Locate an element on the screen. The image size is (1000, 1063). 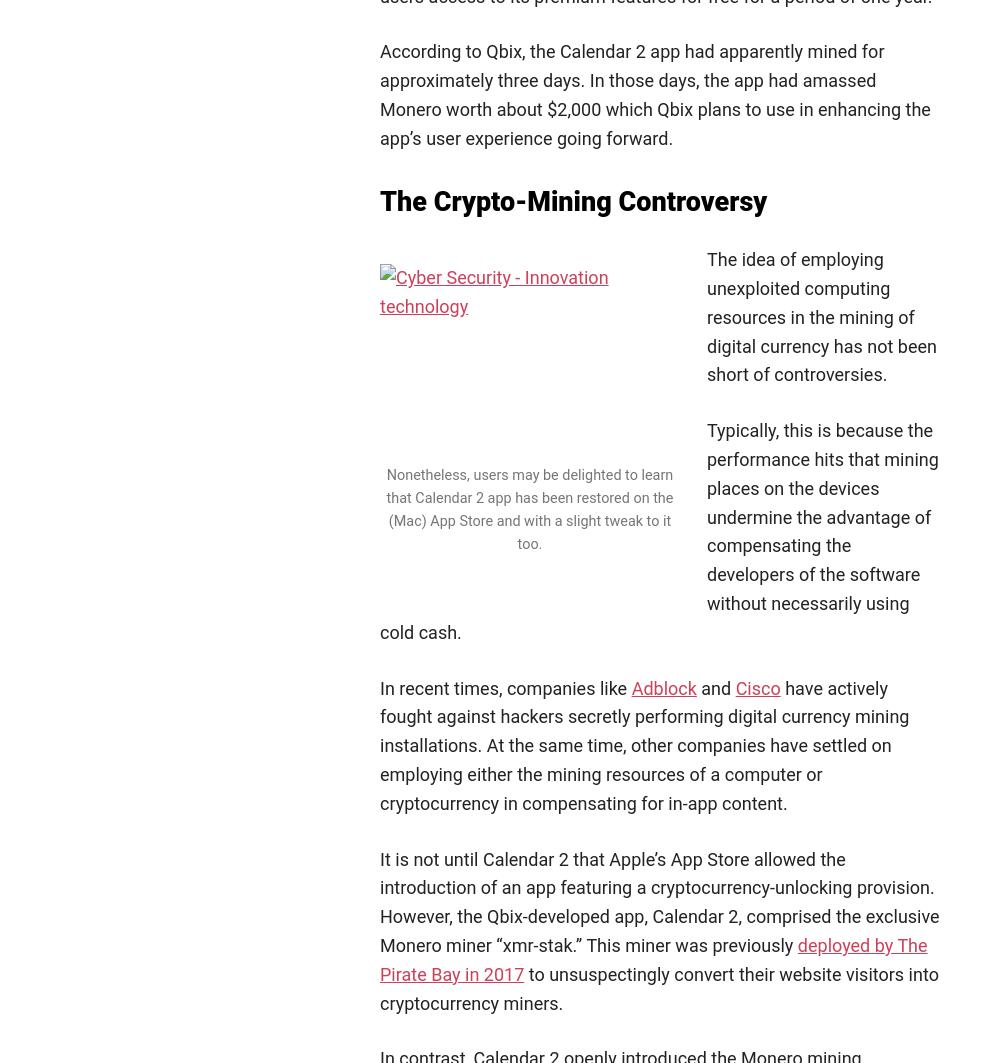
'deployed by The Pirate Bay in 2017' is located at coordinates (653, 958).